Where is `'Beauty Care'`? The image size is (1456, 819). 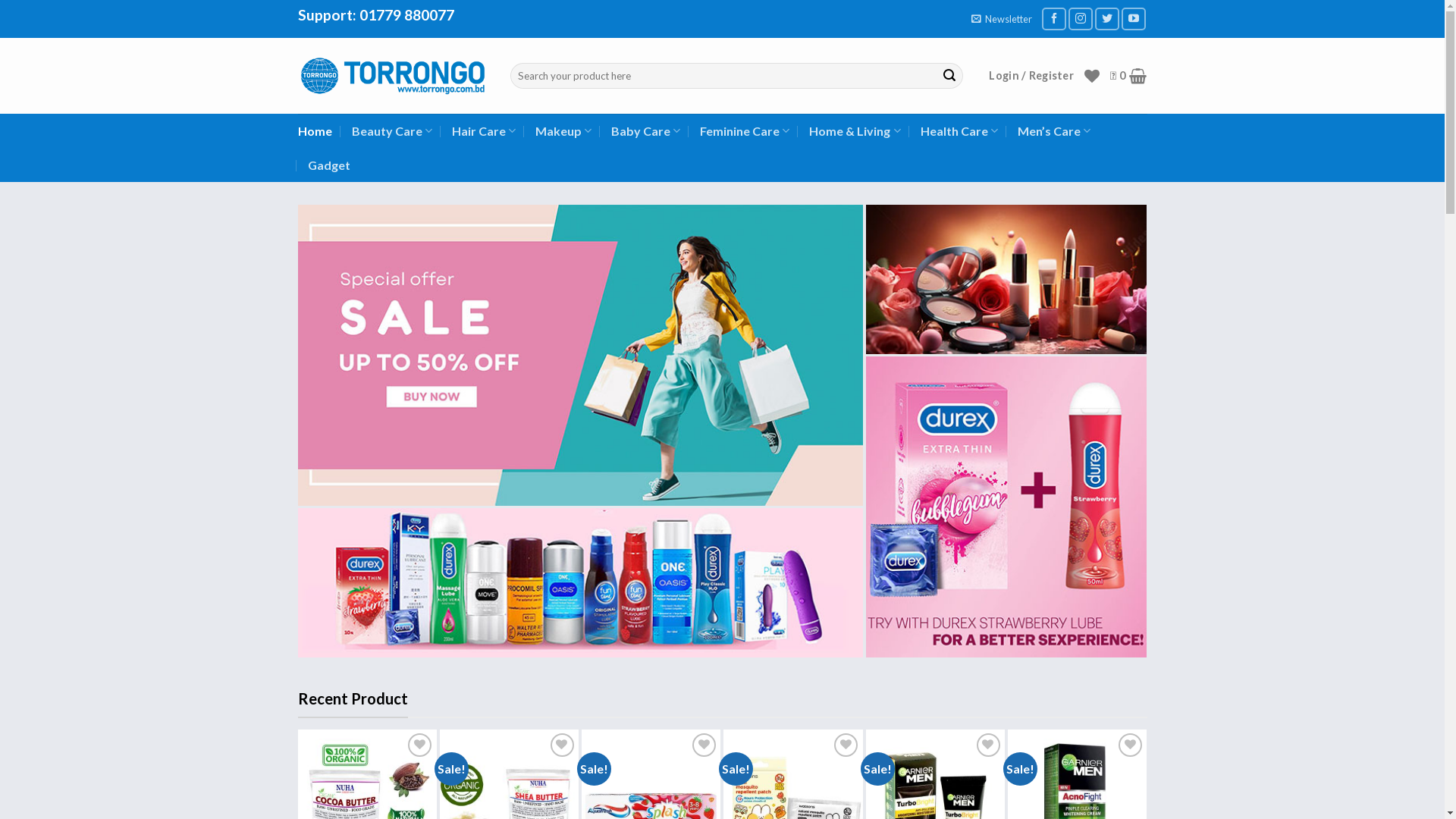 'Beauty Care' is located at coordinates (392, 130).